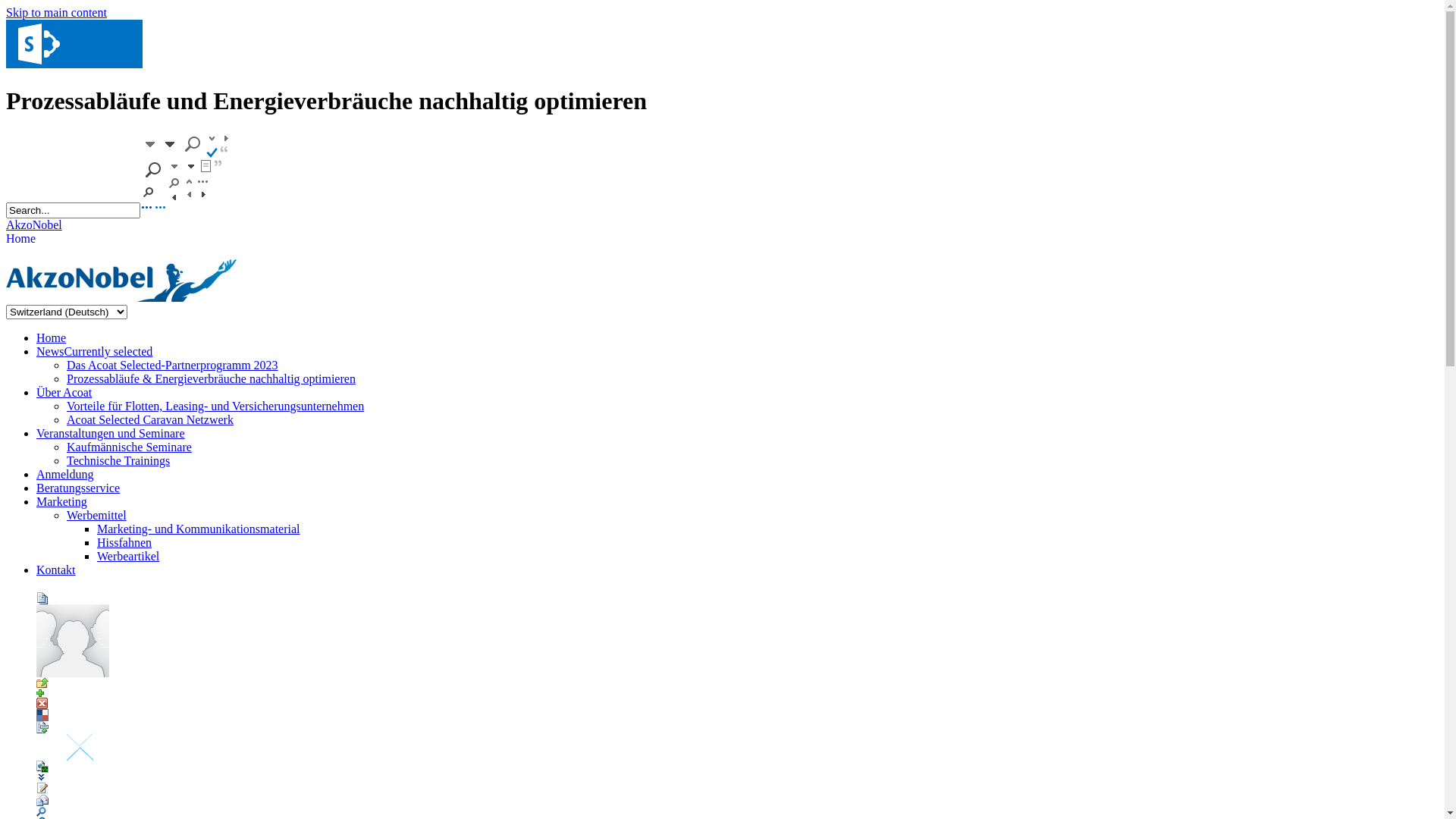 This screenshot has height=819, width=1456. I want to click on 'Werbemittel', so click(96, 514).